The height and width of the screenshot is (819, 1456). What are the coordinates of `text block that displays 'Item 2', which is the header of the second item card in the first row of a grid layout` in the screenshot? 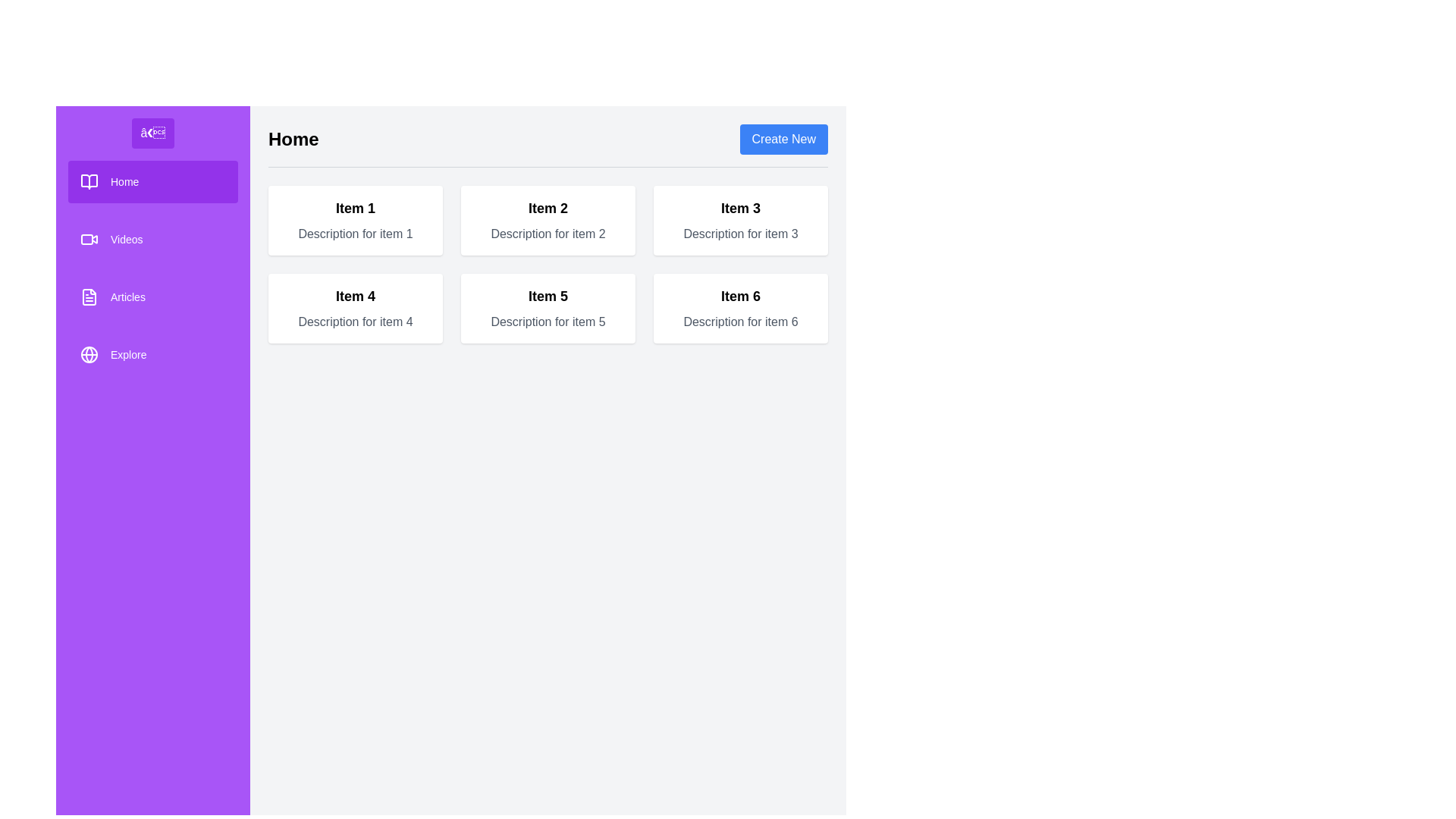 It's located at (548, 208).